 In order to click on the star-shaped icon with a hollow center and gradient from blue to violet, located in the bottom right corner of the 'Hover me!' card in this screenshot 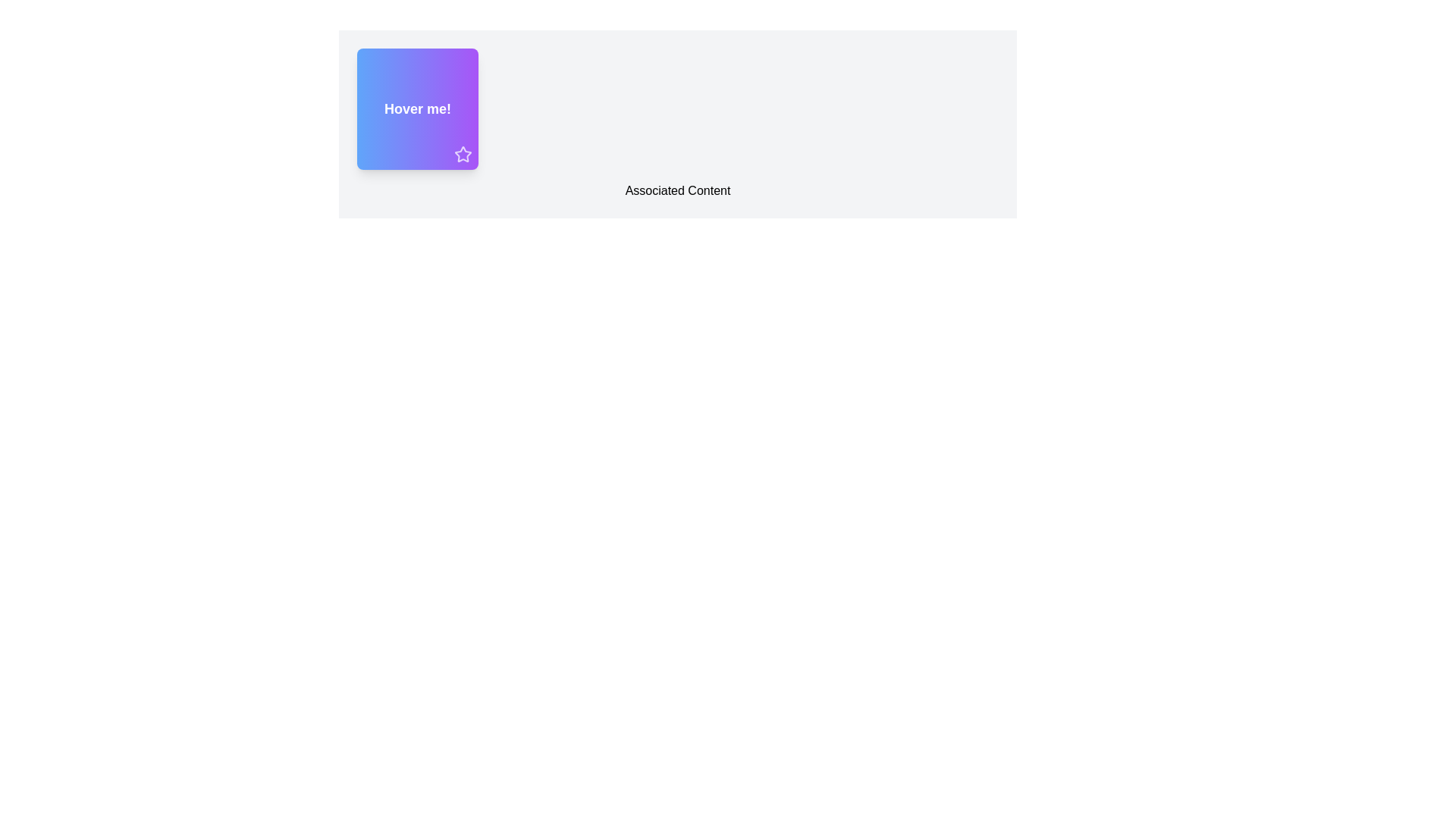, I will do `click(462, 154)`.